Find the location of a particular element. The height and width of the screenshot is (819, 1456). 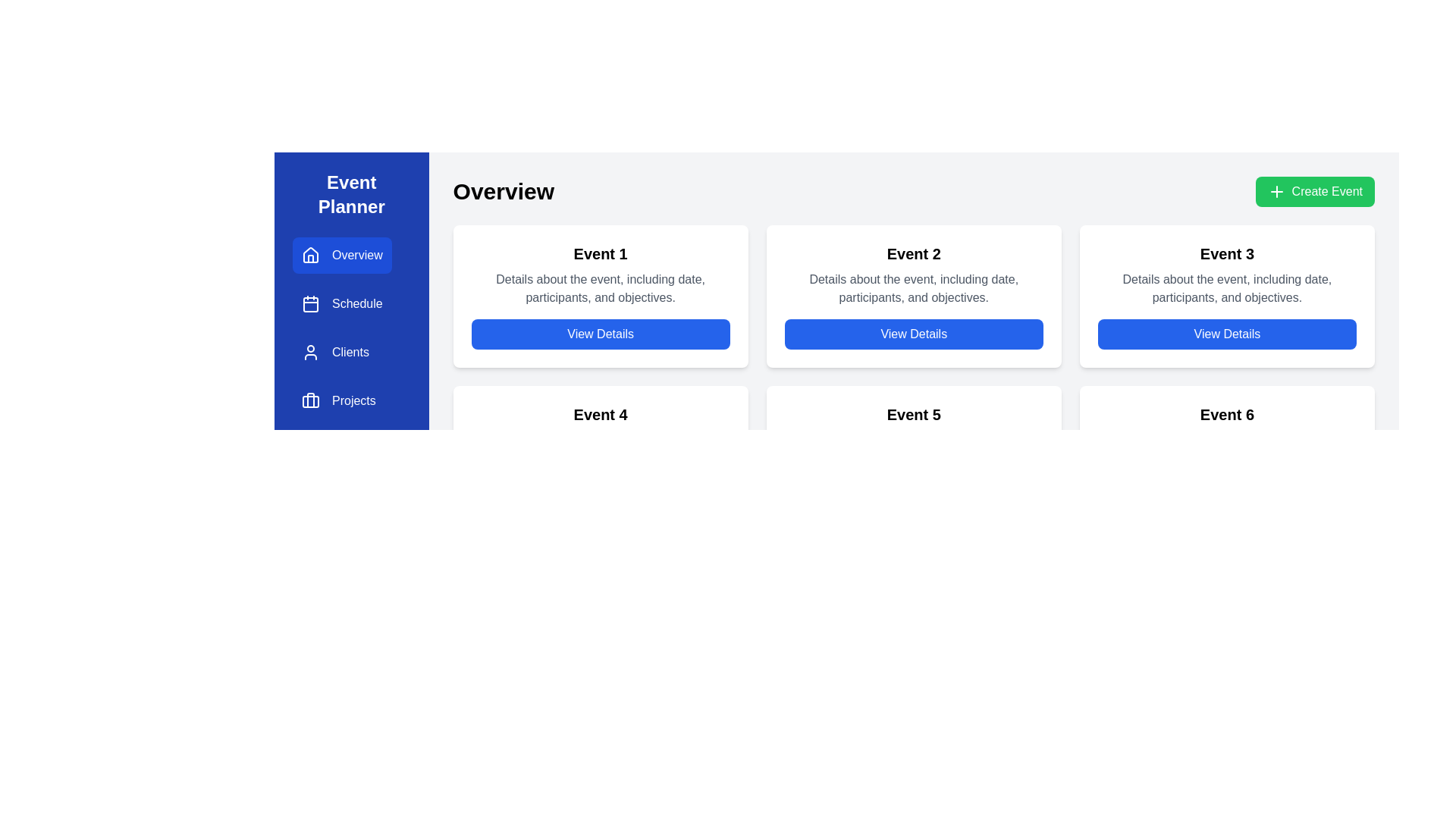

the title and subtitle block that displays event information for 'Event 2', located in the second card of the upper row between 'Event 1' and 'Event 3' is located at coordinates (913, 275).